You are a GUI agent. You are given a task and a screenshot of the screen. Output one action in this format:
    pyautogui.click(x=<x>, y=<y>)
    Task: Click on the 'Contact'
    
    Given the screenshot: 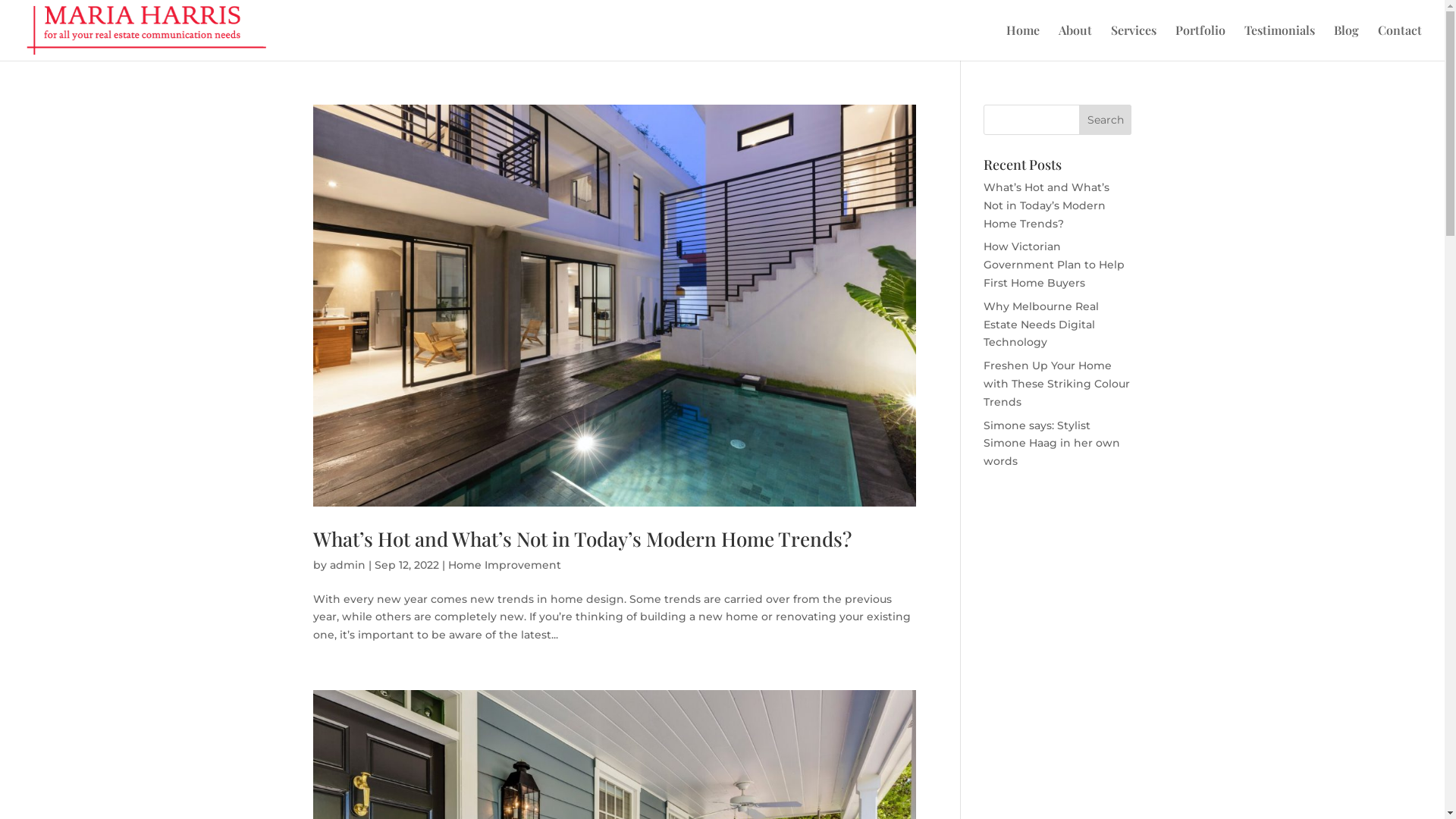 What is the action you would take?
    pyautogui.click(x=1399, y=42)
    